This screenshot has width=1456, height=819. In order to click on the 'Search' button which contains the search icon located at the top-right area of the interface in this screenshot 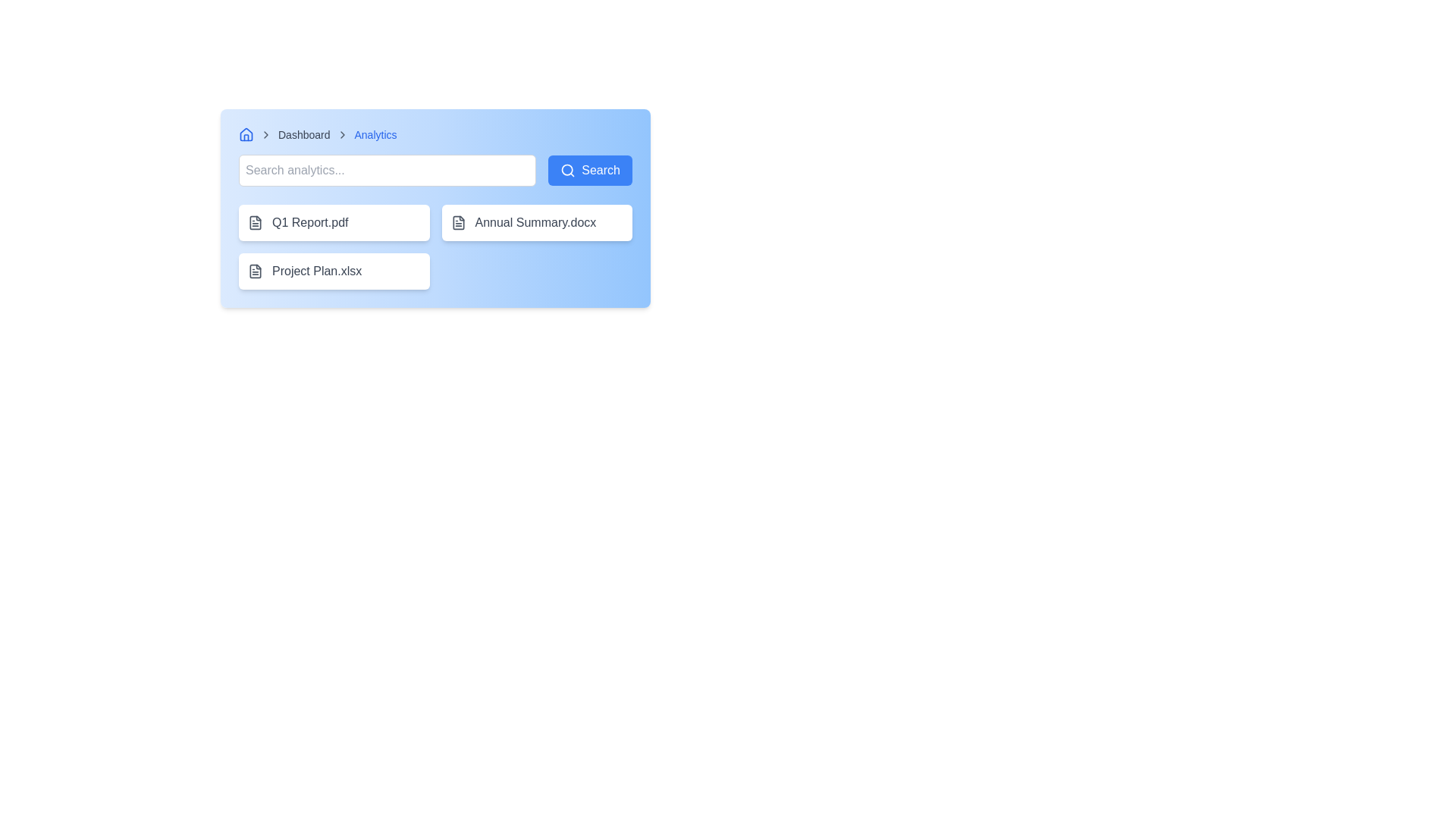, I will do `click(567, 170)`.